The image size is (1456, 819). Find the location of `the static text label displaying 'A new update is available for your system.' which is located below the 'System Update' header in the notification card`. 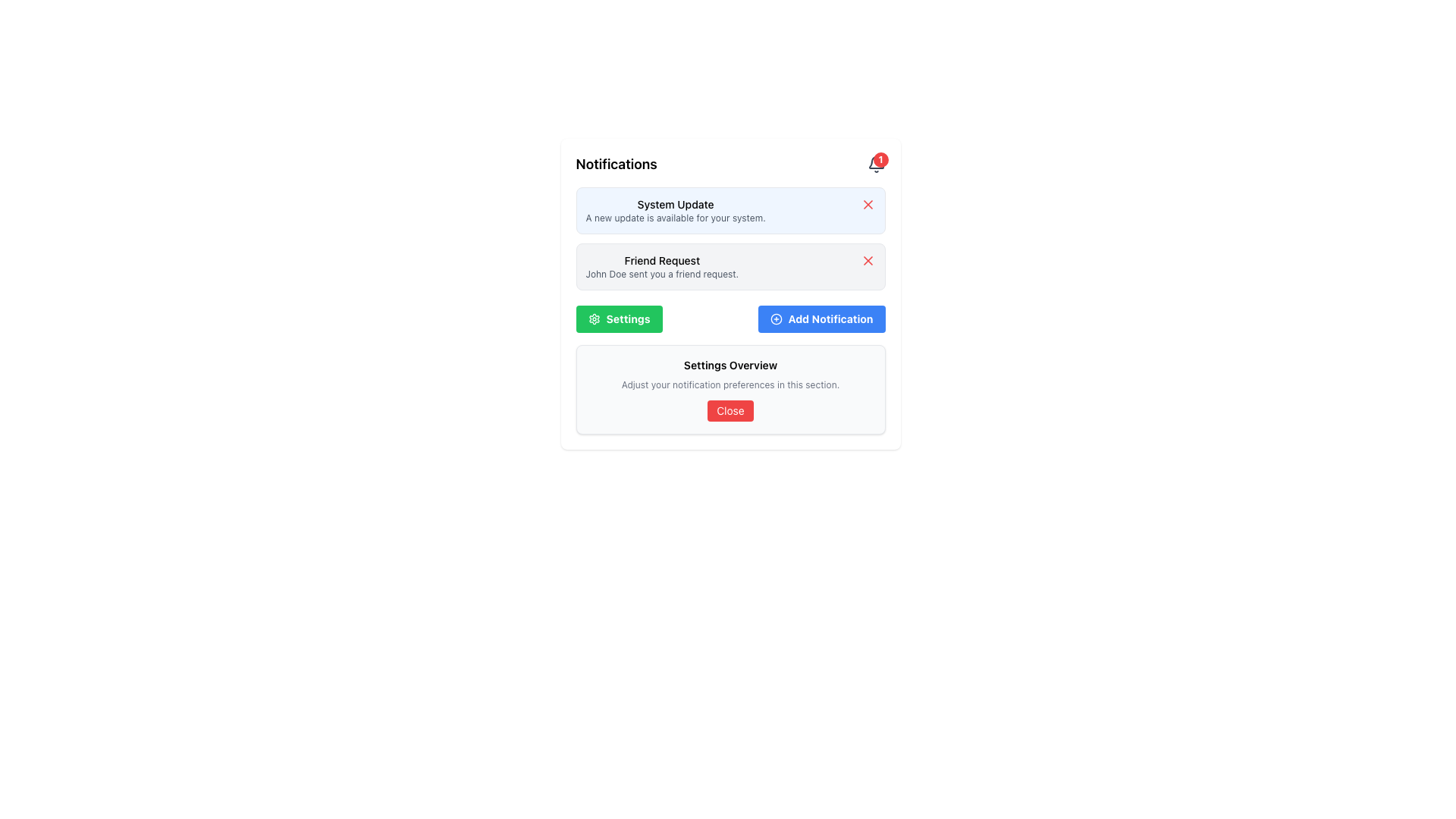

the static text label displaying 'A new update is available for your system.' which is located below the 'System Update' header in the notification card is located at coordinates (675, 218).